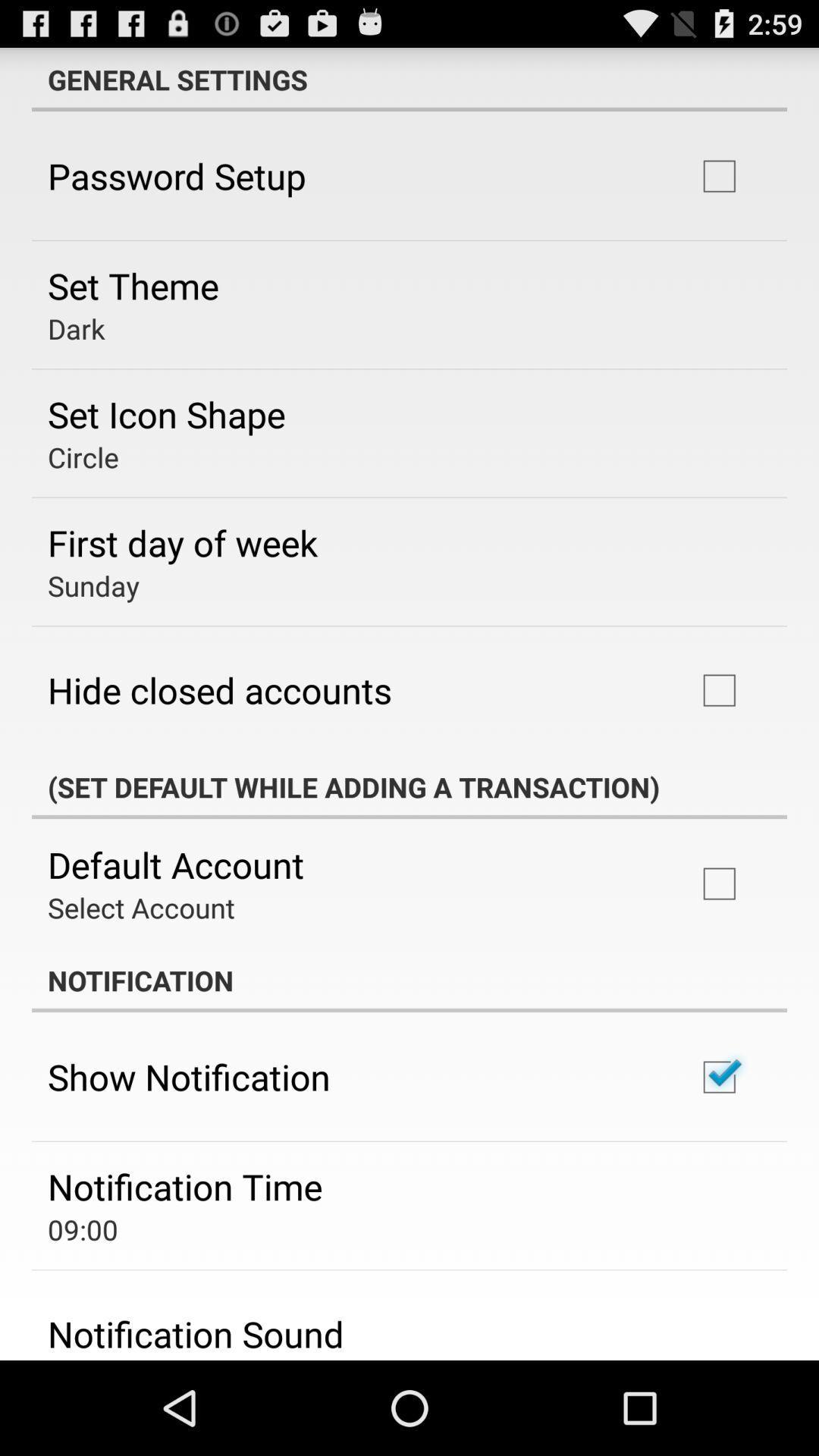 Image resolution: width=819 pixels, height=1456 pixels. What do you see at coordinates (141, 907) in the screenshot?
I see `the icon above the notification app` at bounding box center [141, 907].